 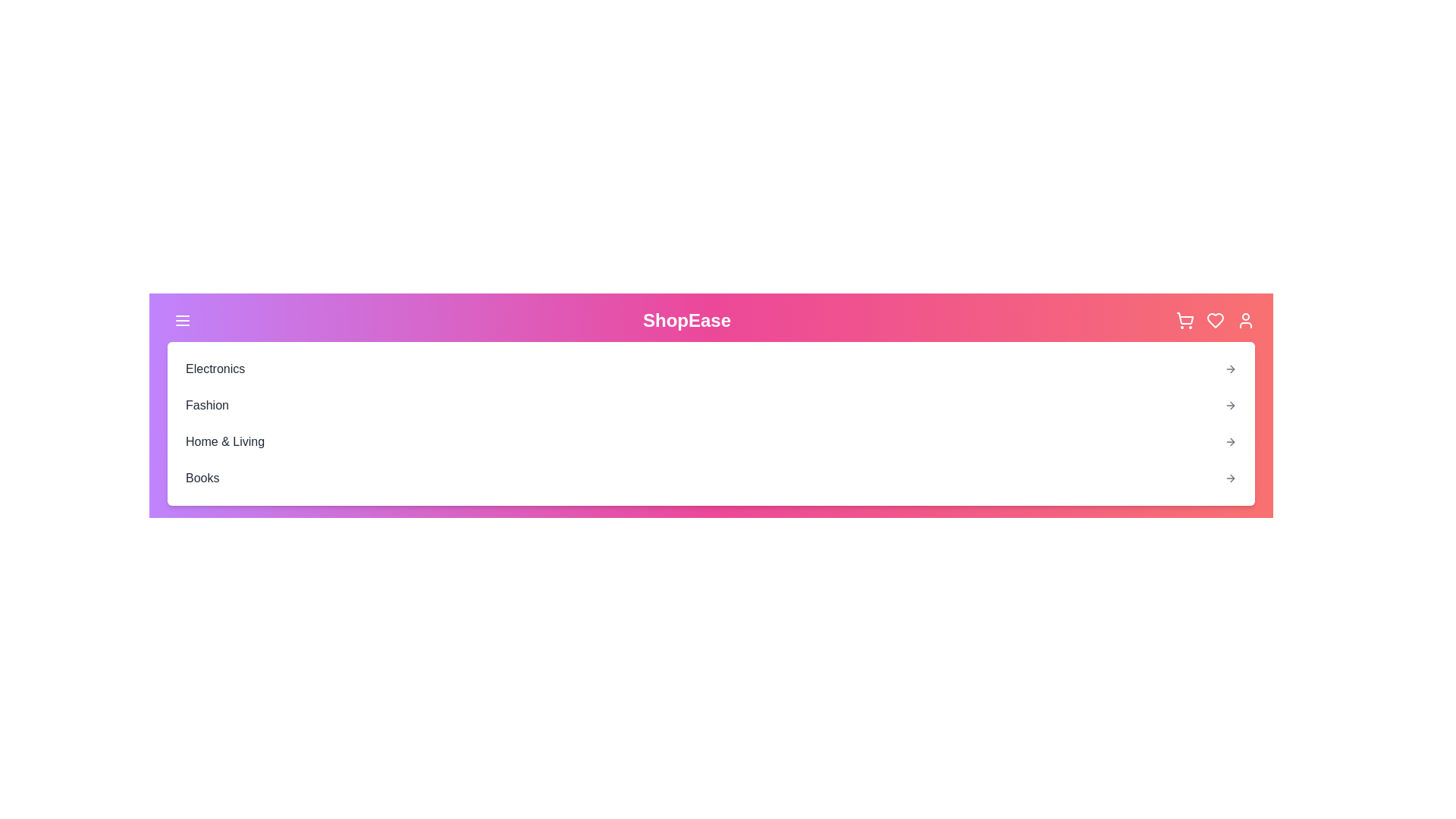 I want to click on the shopping cart icon located in the top-right corner of the app bar, so click(x=1185, y=320).